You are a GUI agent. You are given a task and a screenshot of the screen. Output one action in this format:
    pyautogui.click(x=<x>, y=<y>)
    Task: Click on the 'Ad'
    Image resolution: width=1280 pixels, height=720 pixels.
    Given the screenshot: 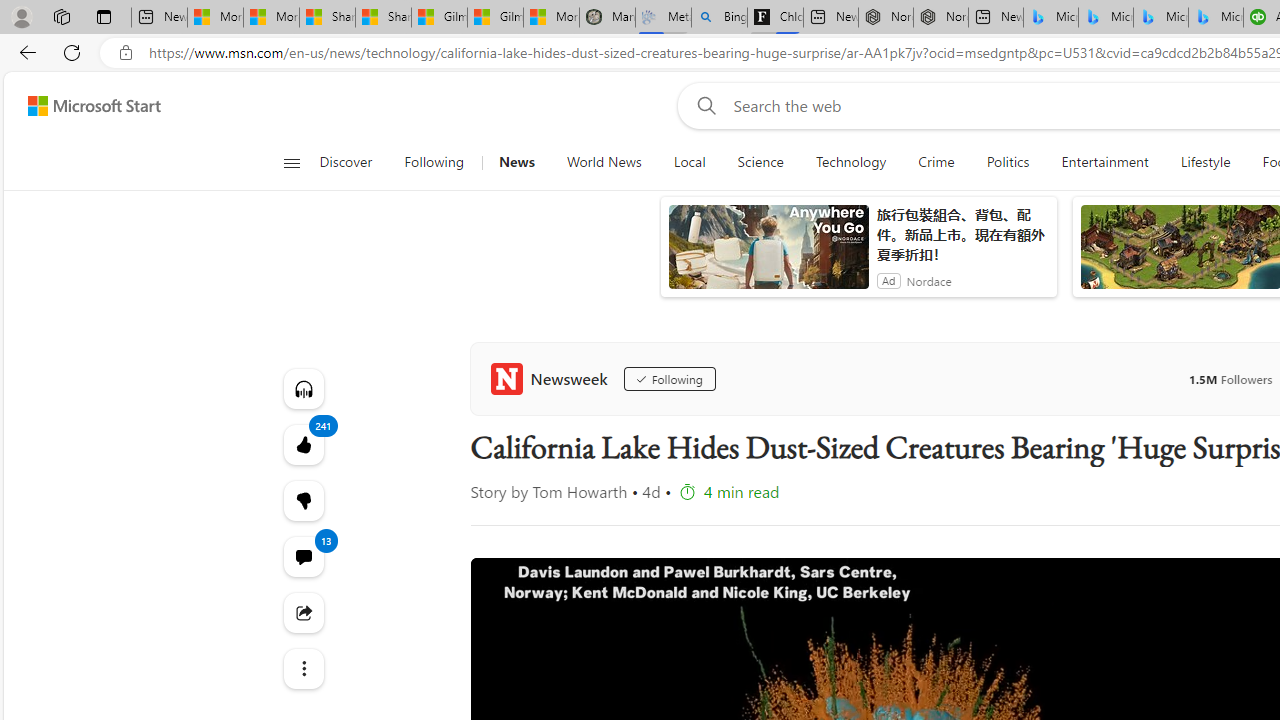 What is the action you would take?
    pyautogui.click(x=887, y=280)
    